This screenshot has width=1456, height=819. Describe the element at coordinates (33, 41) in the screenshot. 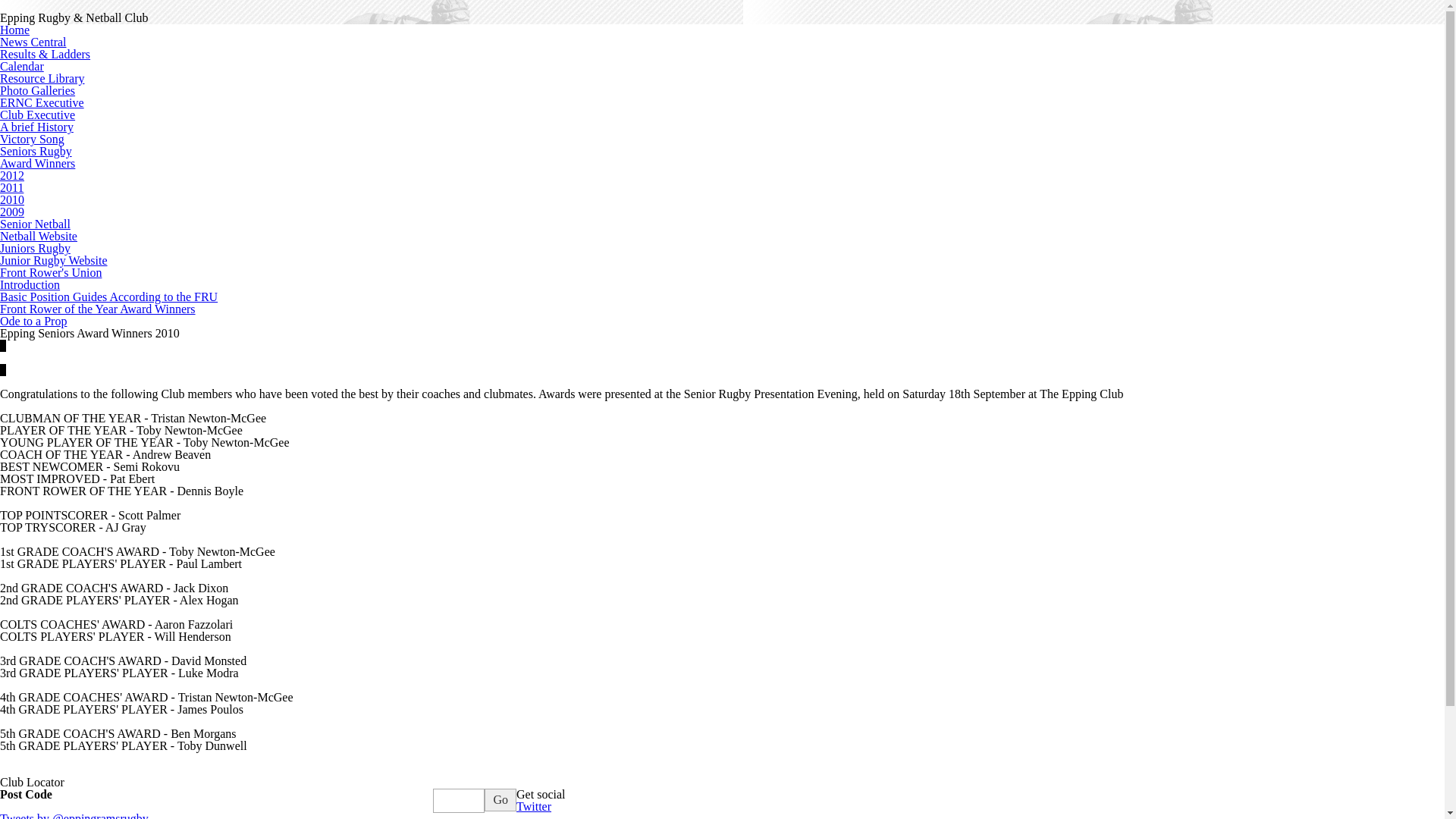

I see `'News Central'` at that location.